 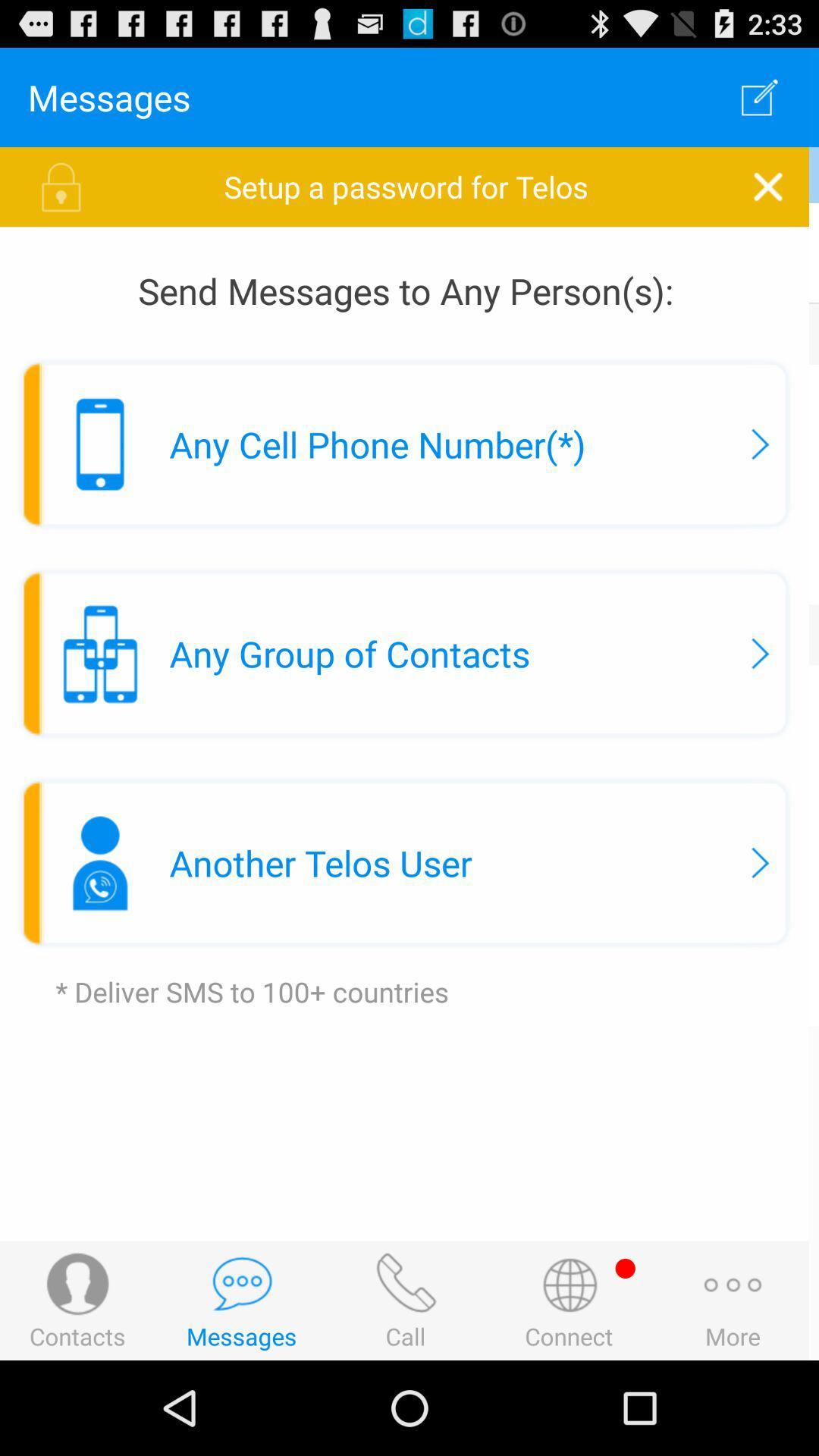 I want to click on the app next to messages icon, so click(x=764, y=96).